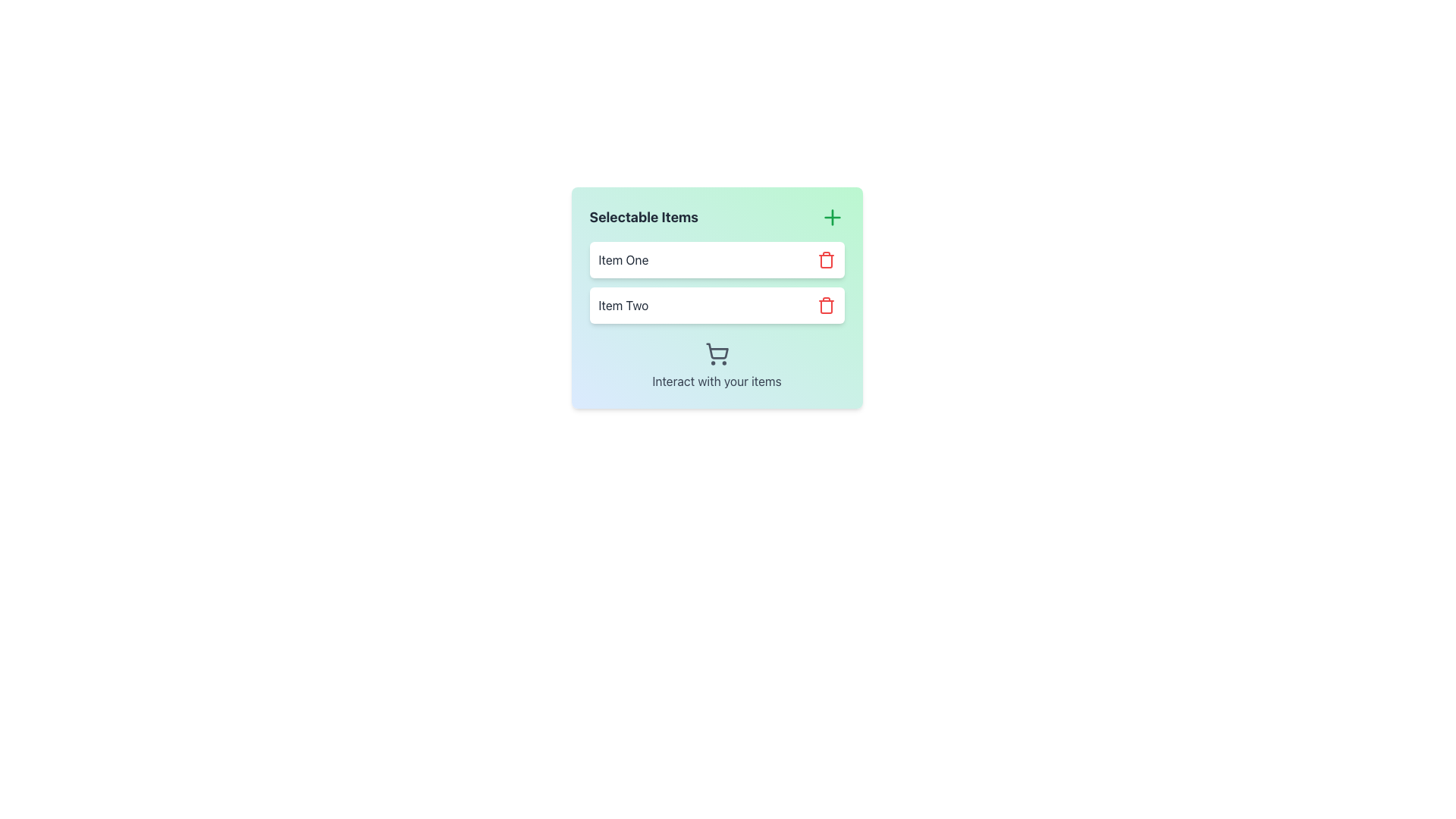 This screenshot has width=1456, height=819. What do you see at coordinates (716, 380) in the screenshot?
I see `text label located below the shopping cart icon in the panel titled 'Selectable Items'` at bounding box center [716, 380].